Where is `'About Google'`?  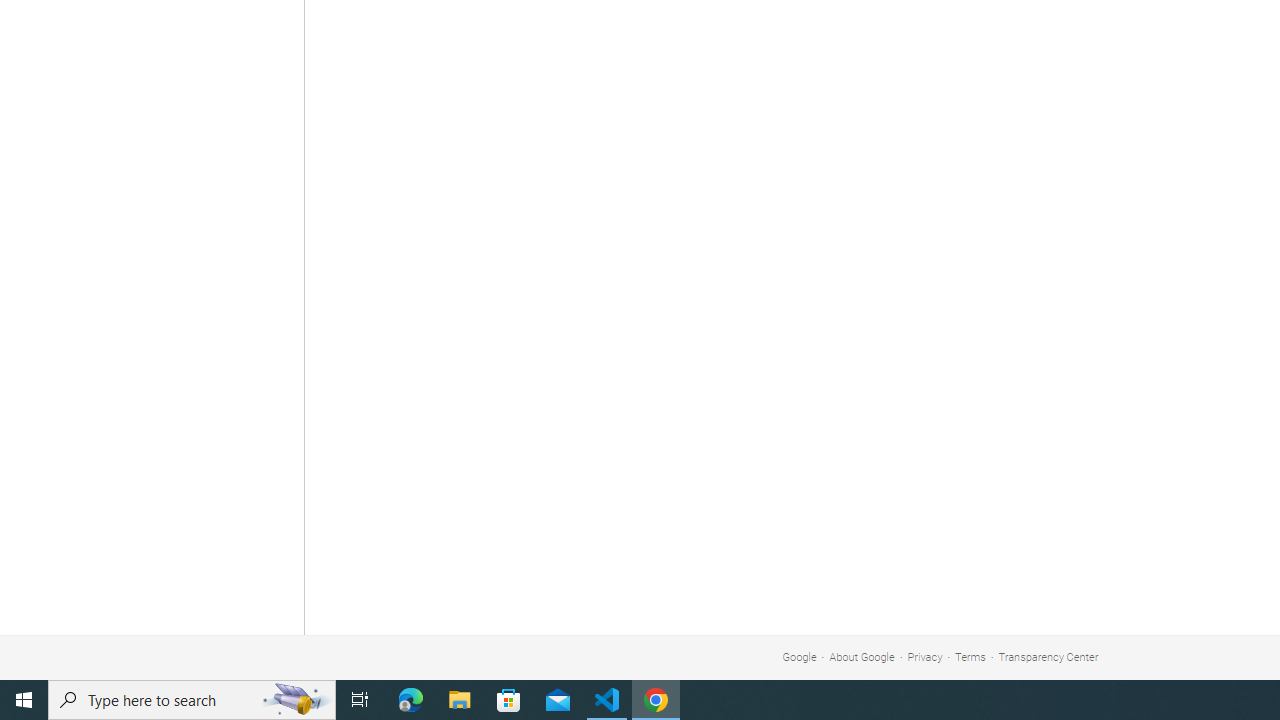
'About Google' is located at coordinates (862, 657).